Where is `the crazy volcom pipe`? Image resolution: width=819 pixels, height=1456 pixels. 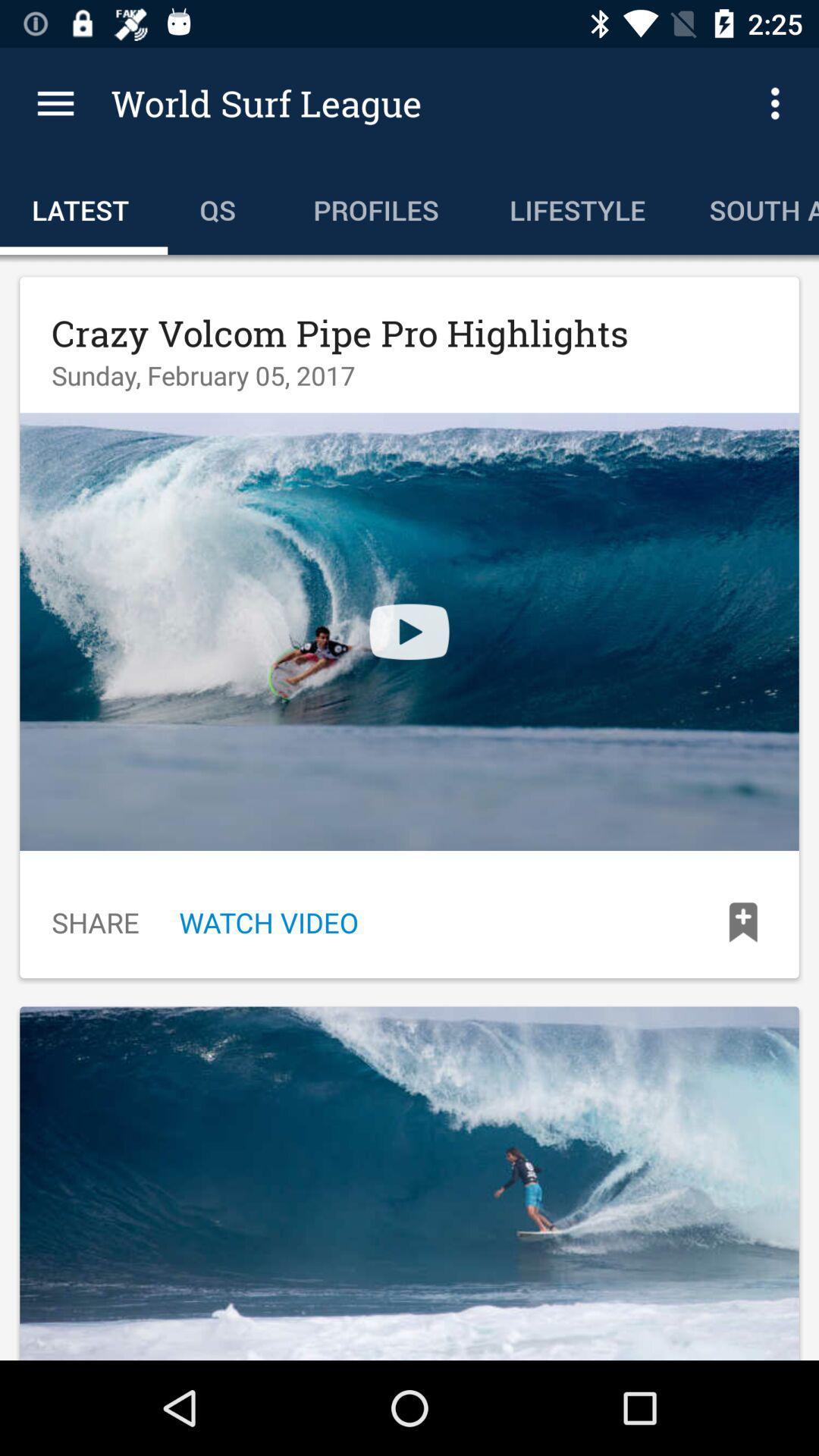
the crazy volcom pipe is located at coordinates (339, 332).